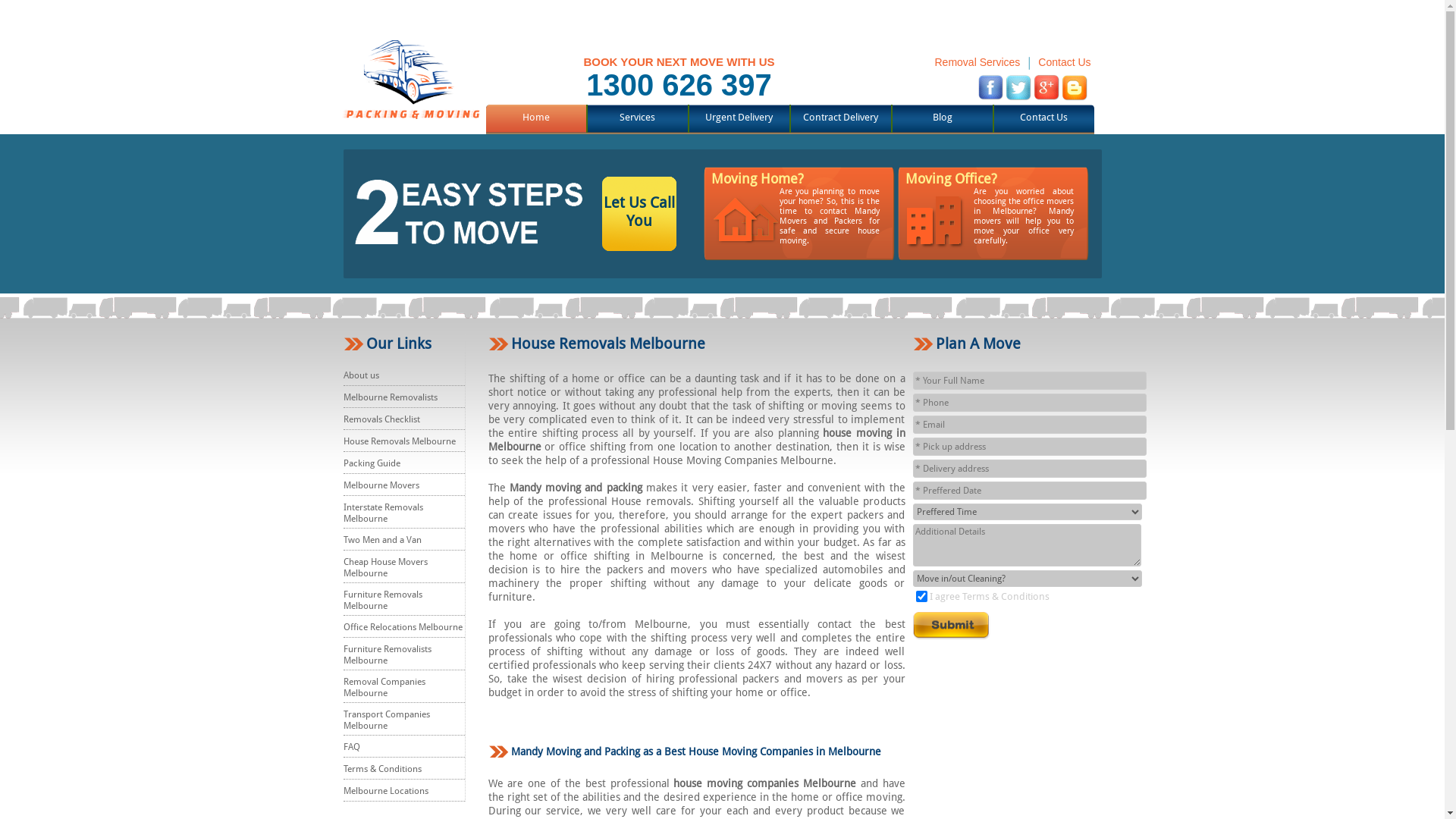 The height and width of the screenshot is (819, 1456). What do you see at coordinates (341, 719) in the screenshot?
I see `'Transport Companies Melbourne'` at bounding box center [341, 719].